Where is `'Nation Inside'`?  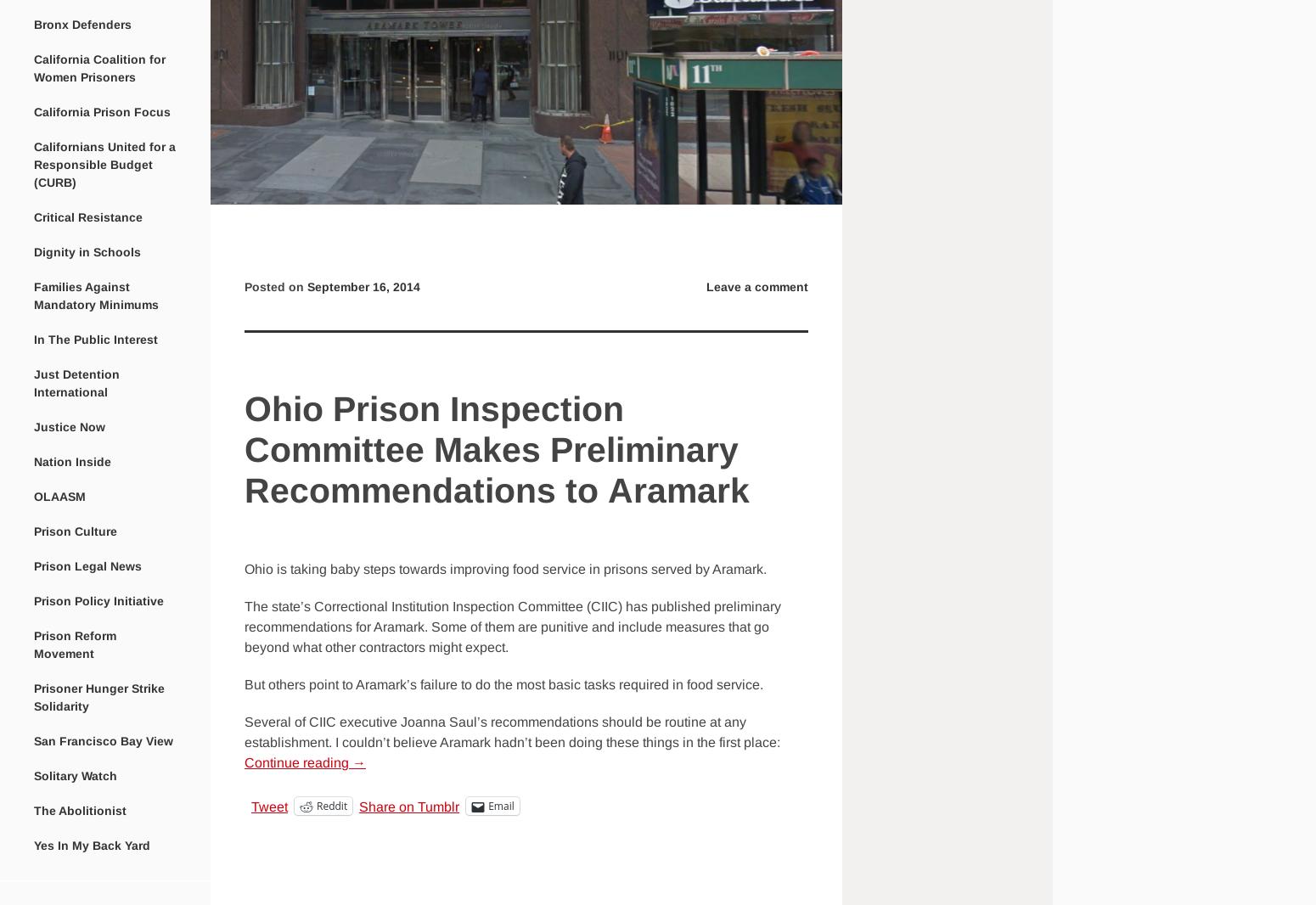
'Nation Inside' is located at coordinates (72, 460).